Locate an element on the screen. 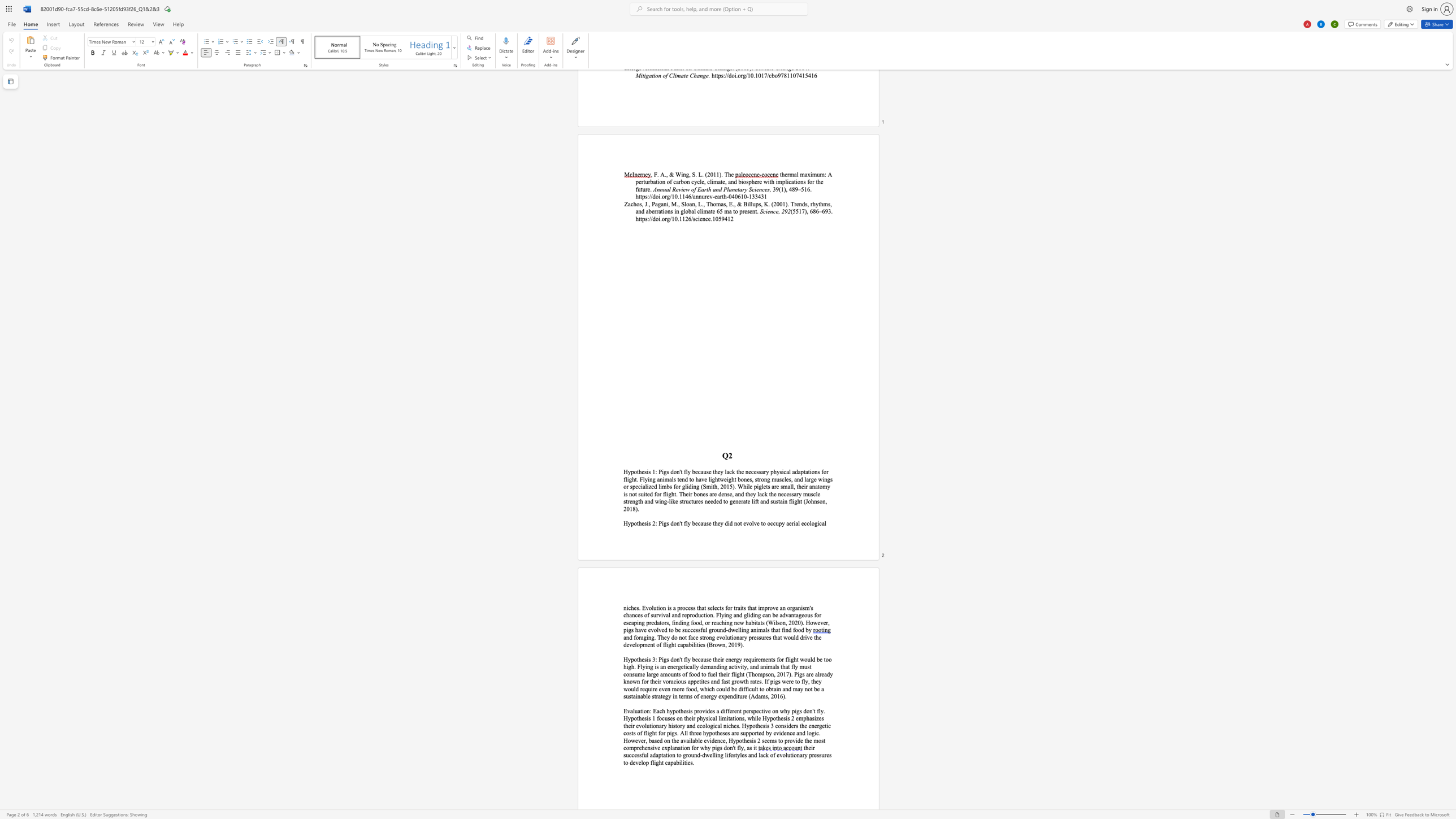  the space between the continuous character "m" and "e" in the text is located at coordinates (764, 659).